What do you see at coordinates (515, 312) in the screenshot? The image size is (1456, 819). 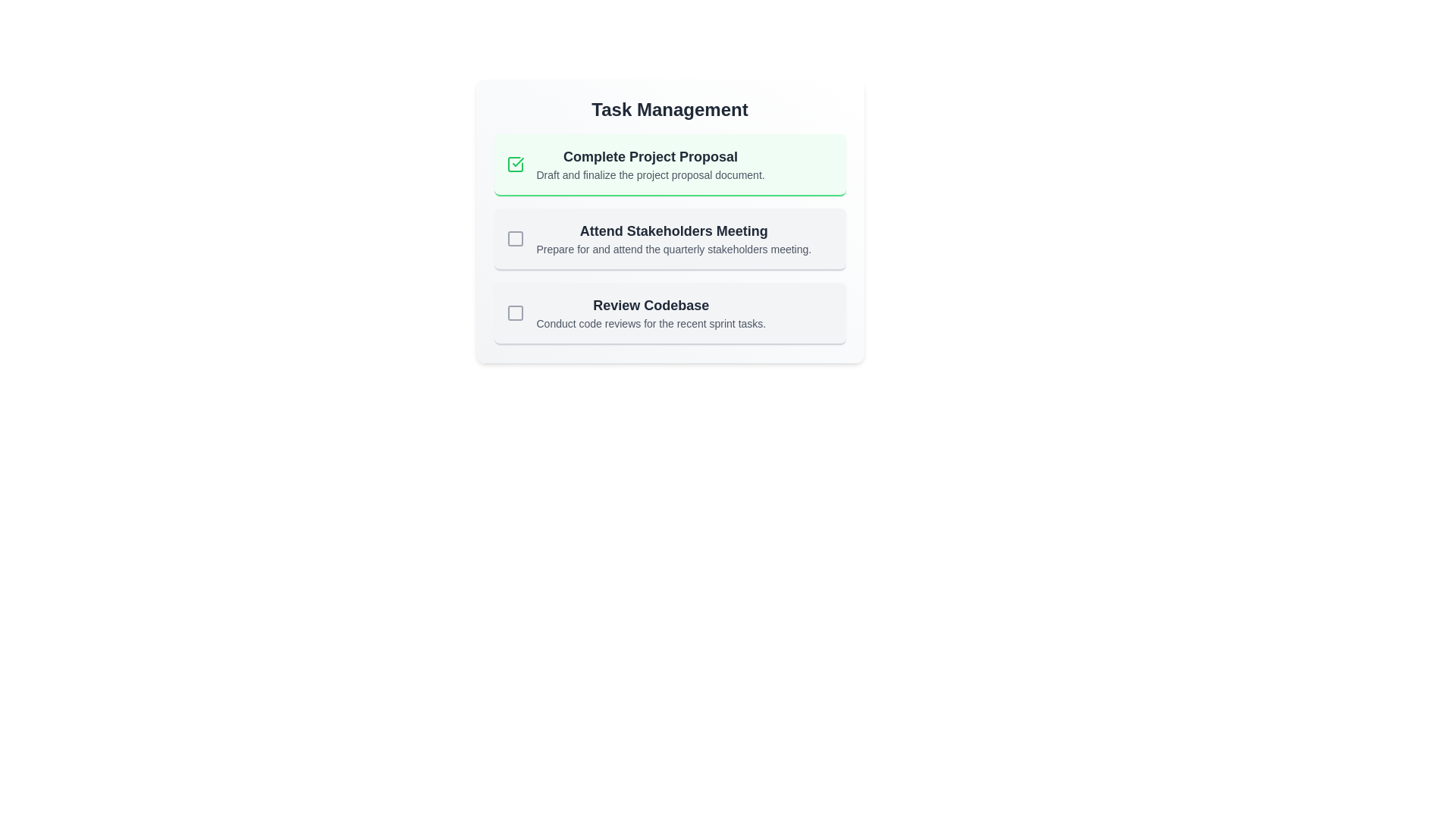 I see `the graphical decoration within the checkbox of the third task item titled 'Review Codebase'` at bounding box center [515, 312].